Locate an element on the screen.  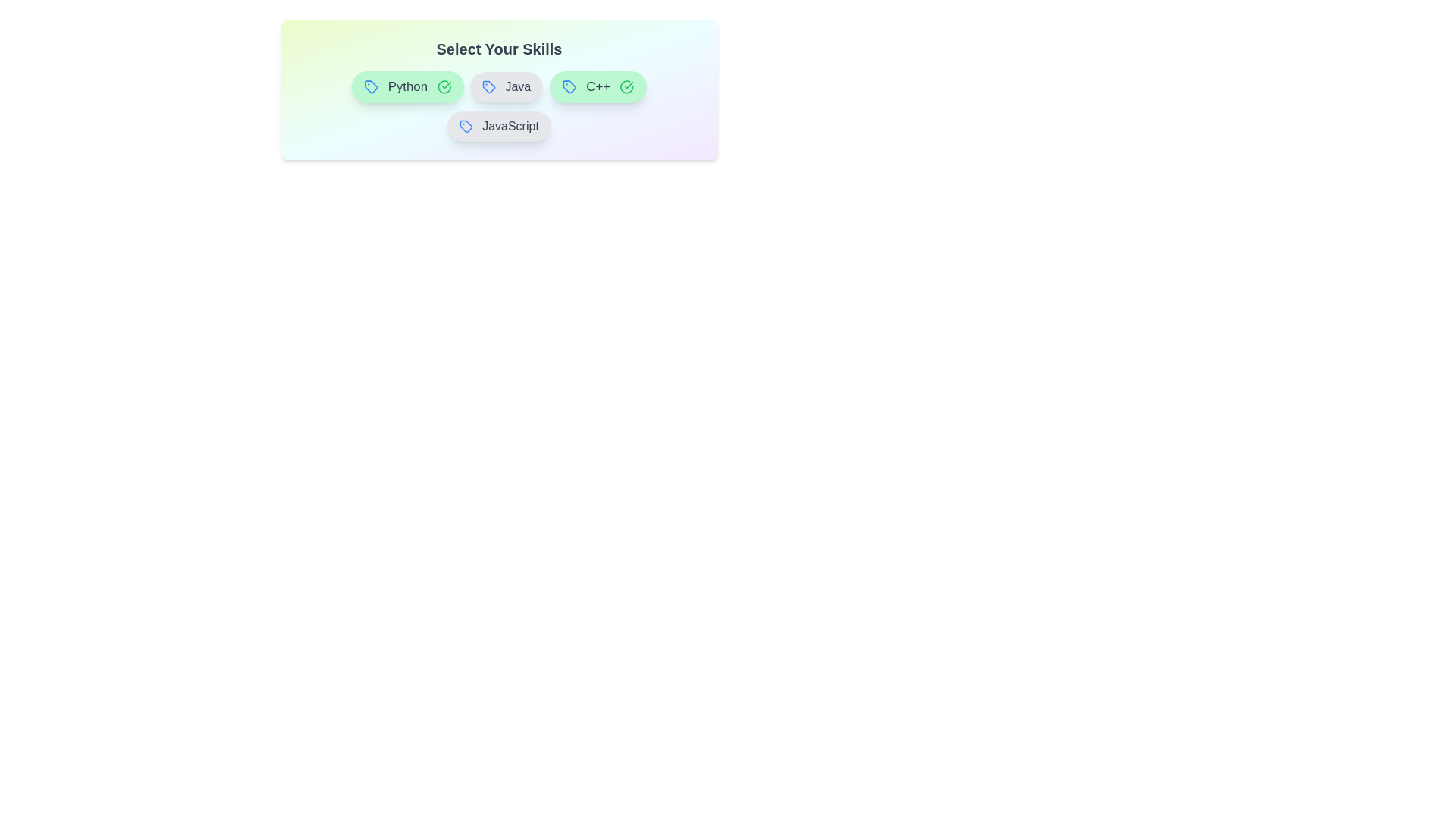
the badge for the skill C++ is located at coordinates (597, 87).